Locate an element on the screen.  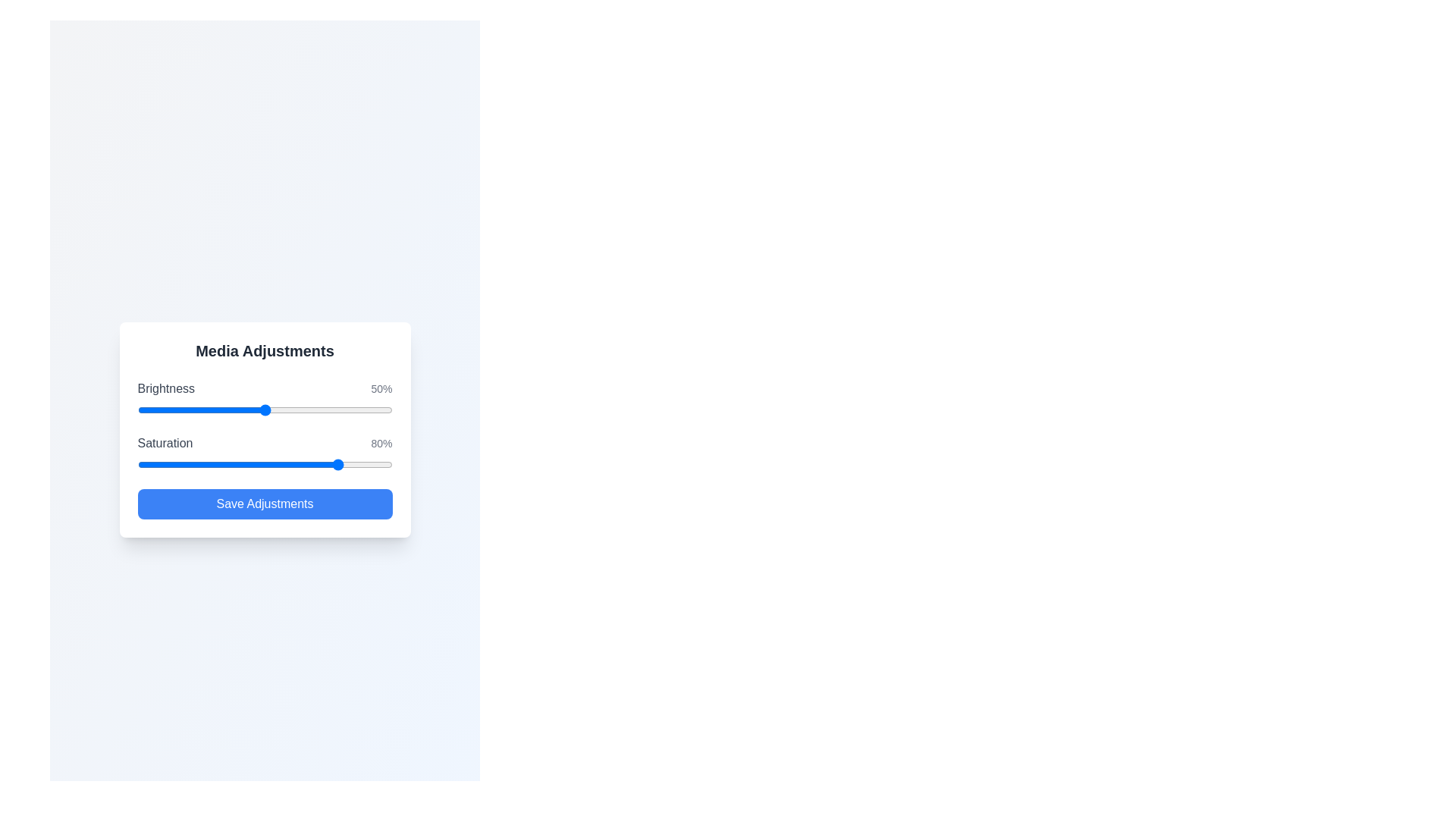
the brightness slider to 47% is located at coordinates (257, 409).